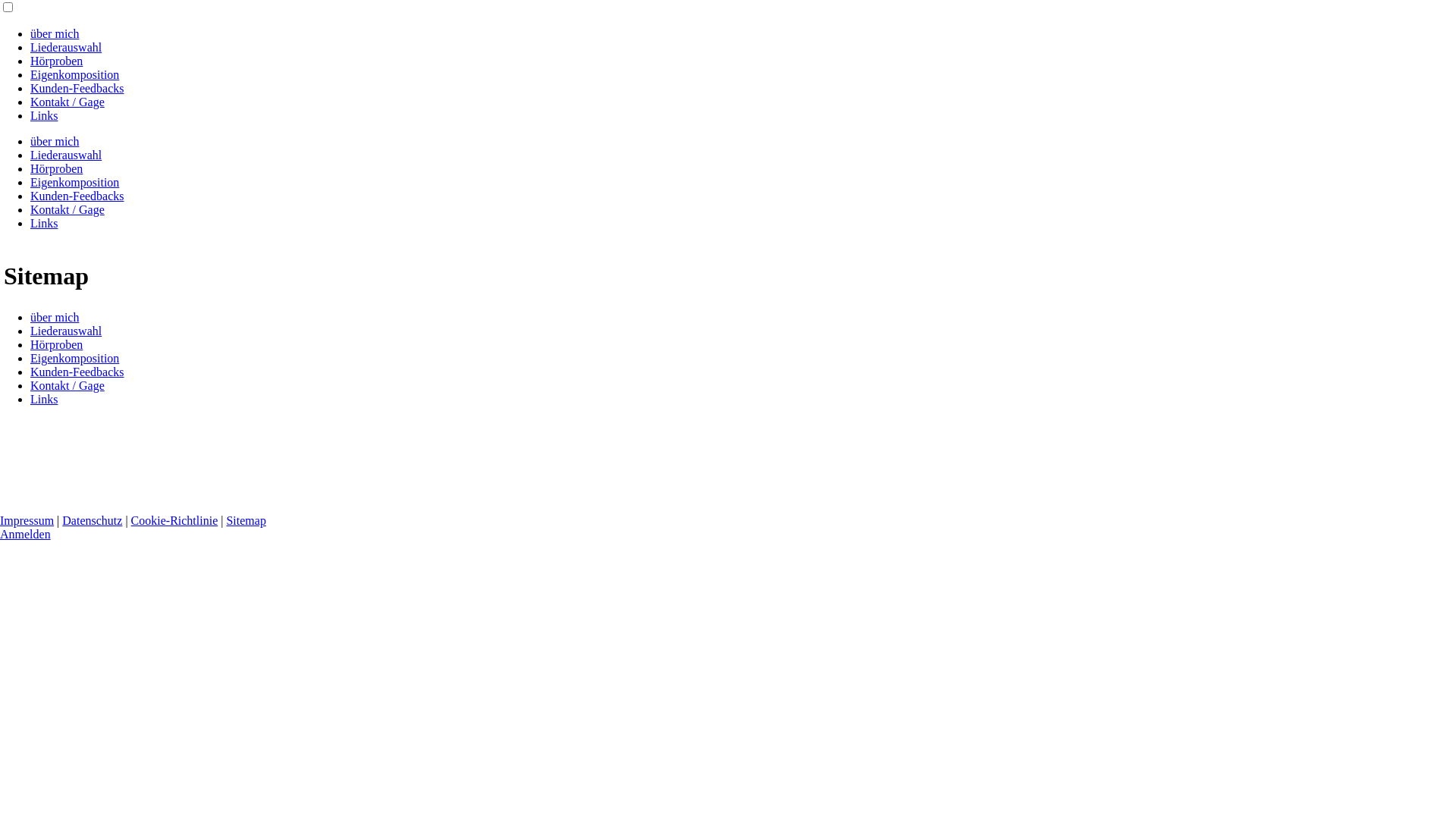 This screenshot has width=1456, height=819. What do you see at coordinates (74, 358) in the screenshot?
I see `'Eigenkomposition'` at bounding box center [74, 358].